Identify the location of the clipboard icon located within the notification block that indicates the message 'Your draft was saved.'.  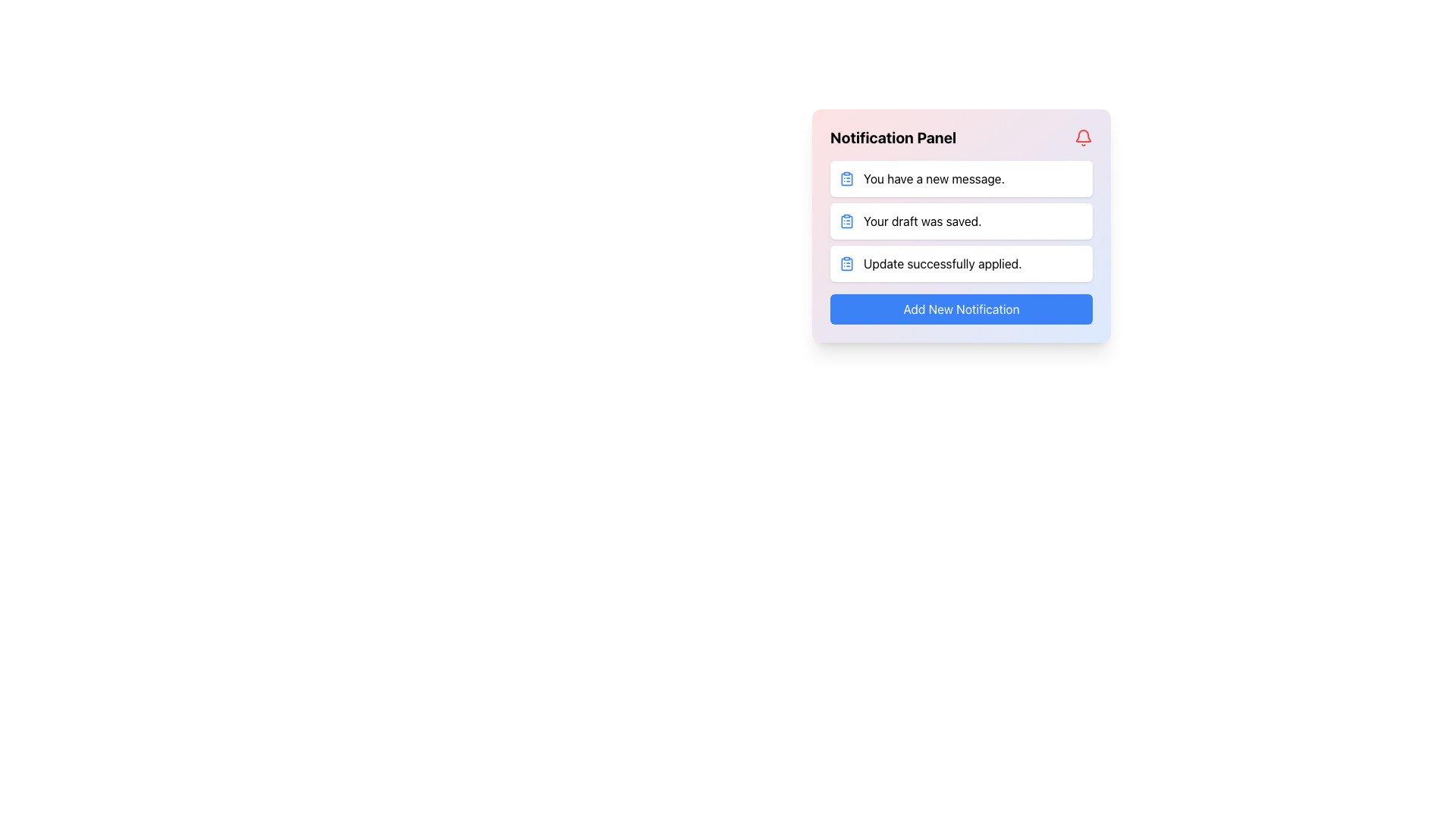
(846, 221).